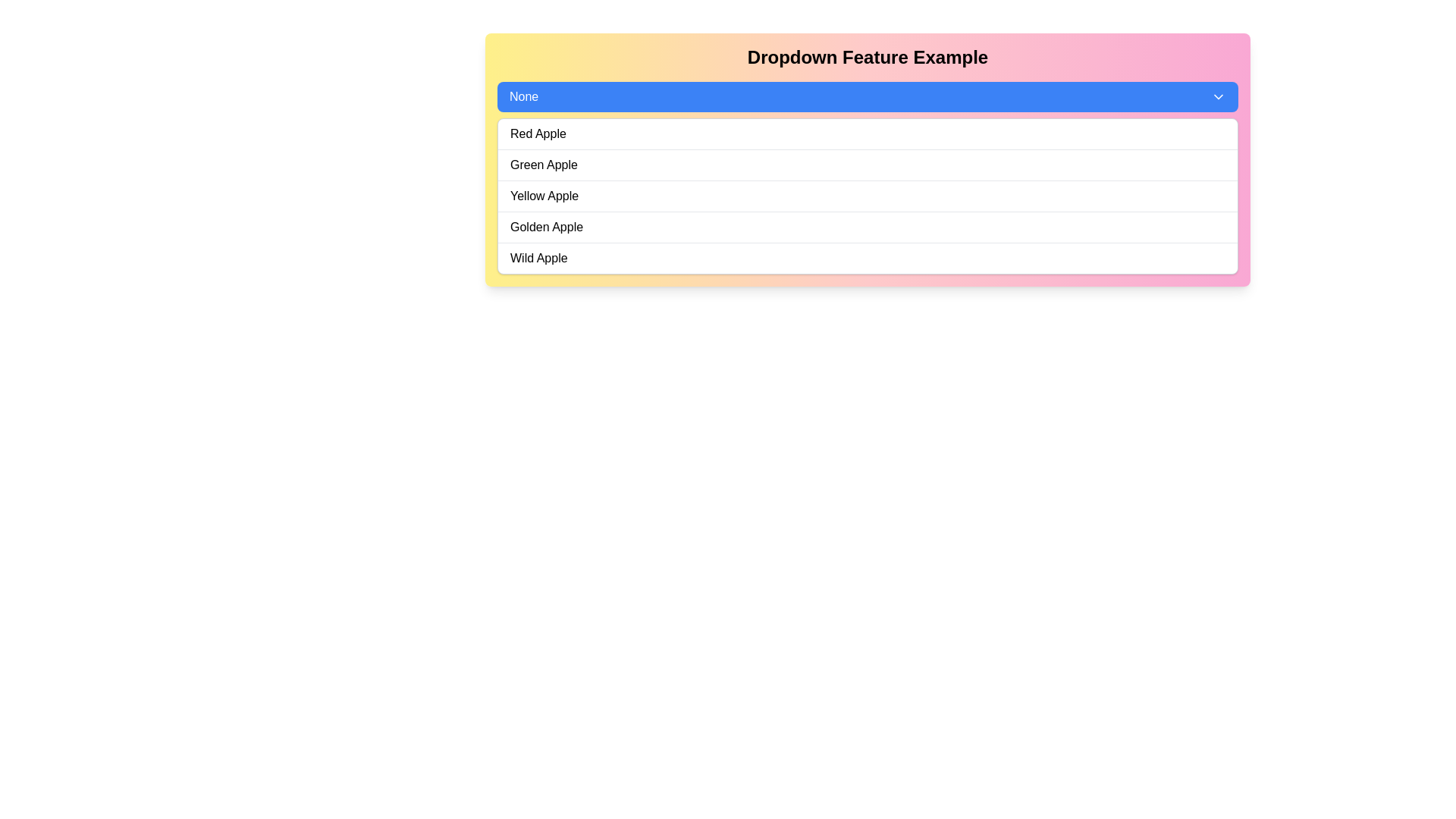  I want to click on the first item in the dropdown menu that changes the selection to 'Red Apple', so click(868, 133).